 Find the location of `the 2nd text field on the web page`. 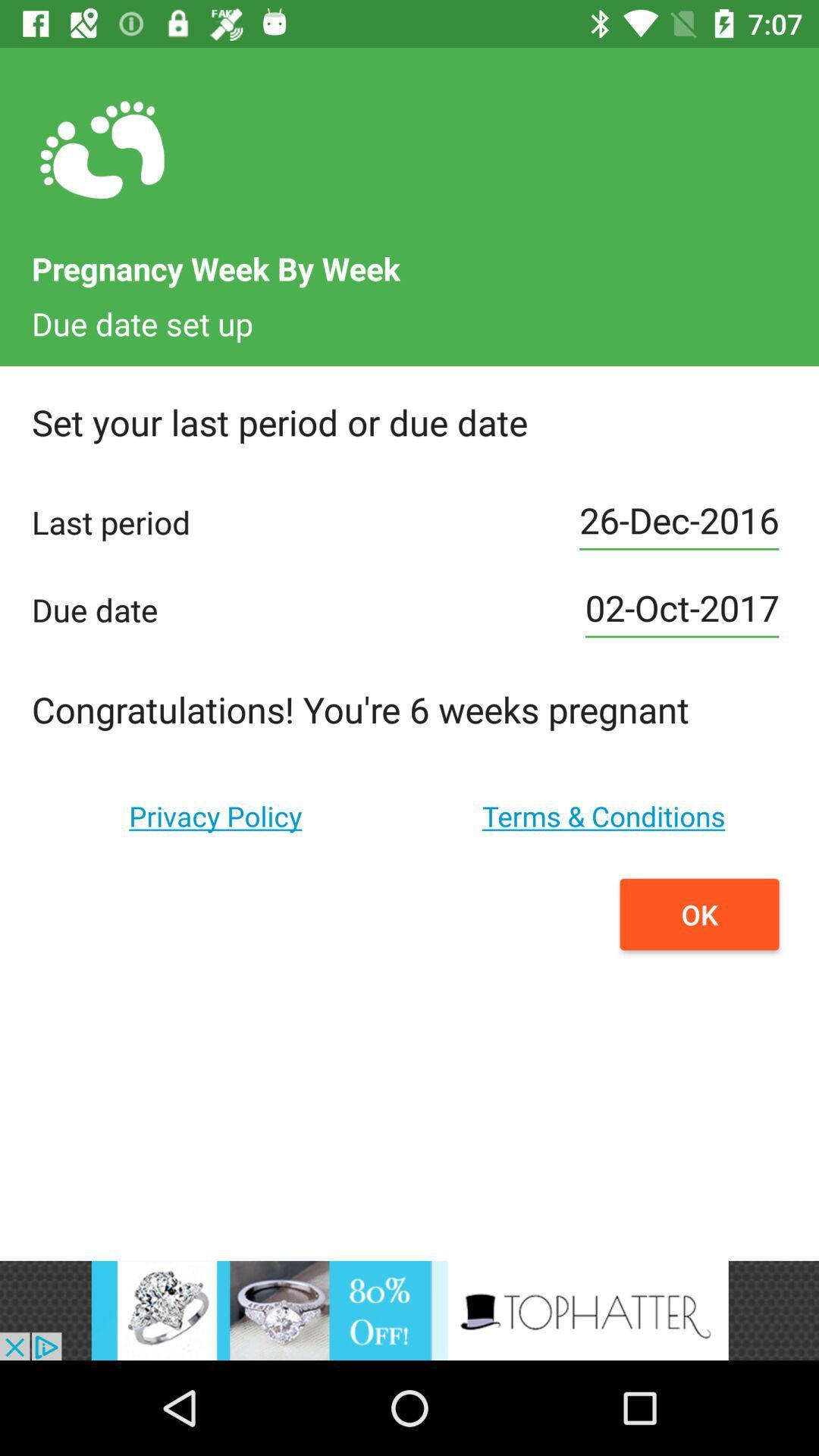

the 2nd text field on the web page is located at coordinates (681, 610).